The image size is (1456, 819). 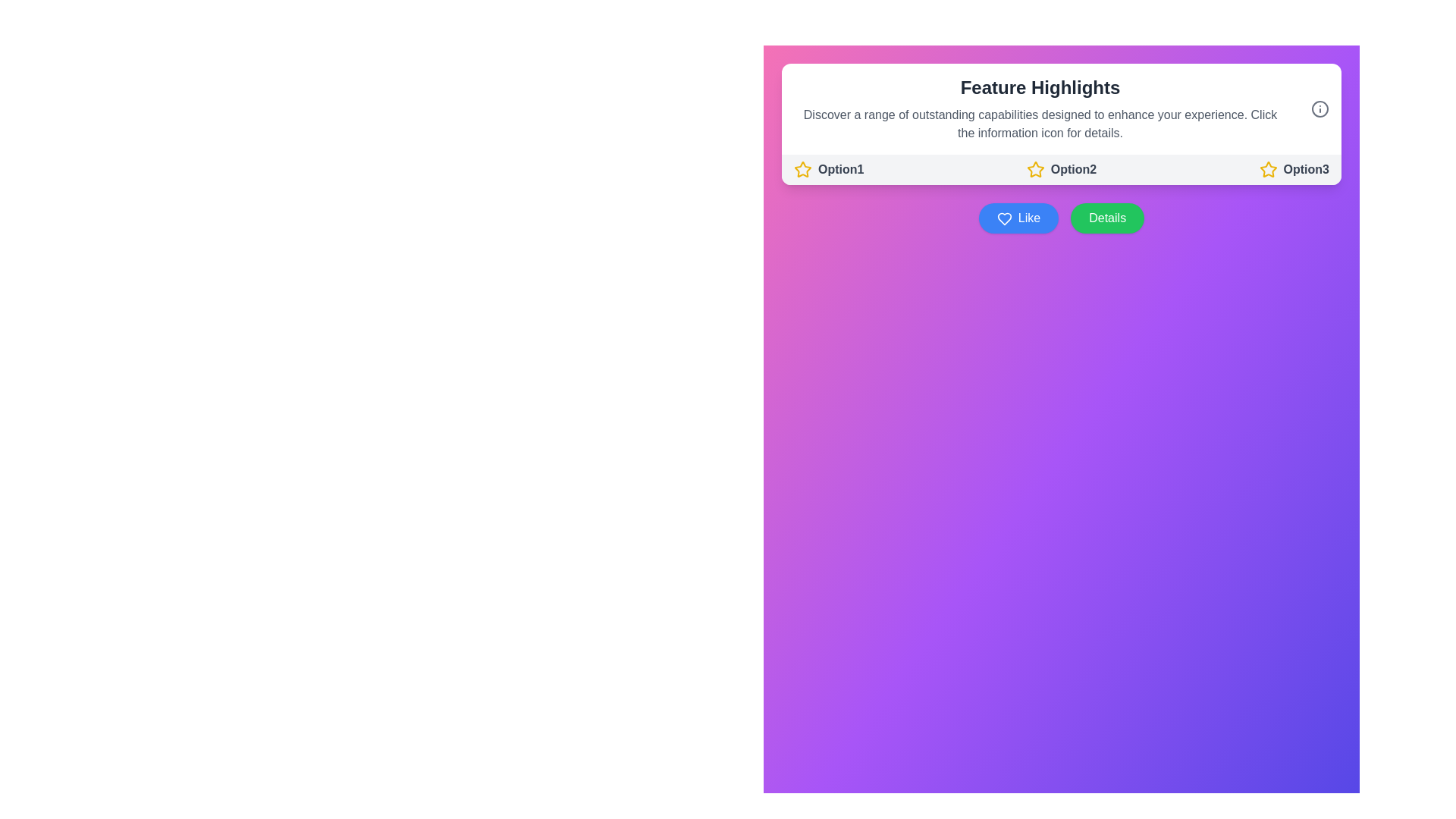 What do you see at coordinates (1034, 169) in the screenshot?
I see `the yellow star icon that represents a selectable option in the row under 'Feature Highlights'` at bounding box center [1034, 169].